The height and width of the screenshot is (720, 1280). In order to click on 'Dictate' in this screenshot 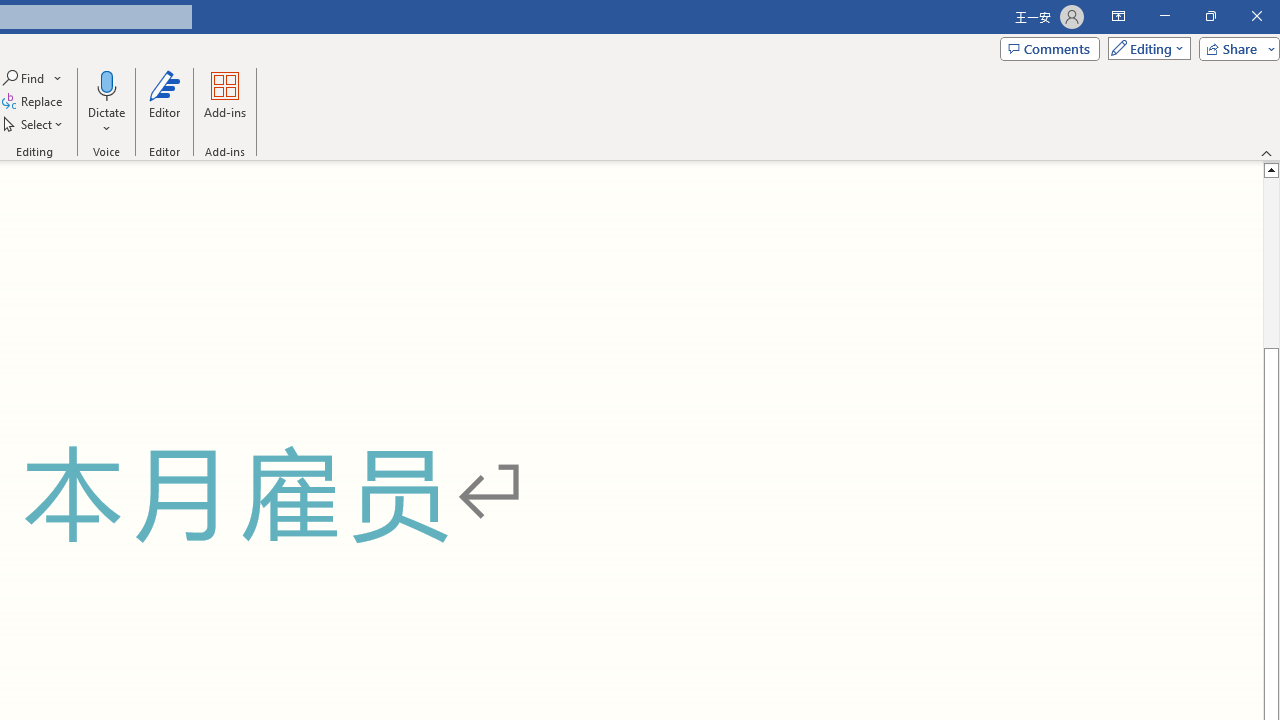, I will do `click(105, 84)`.